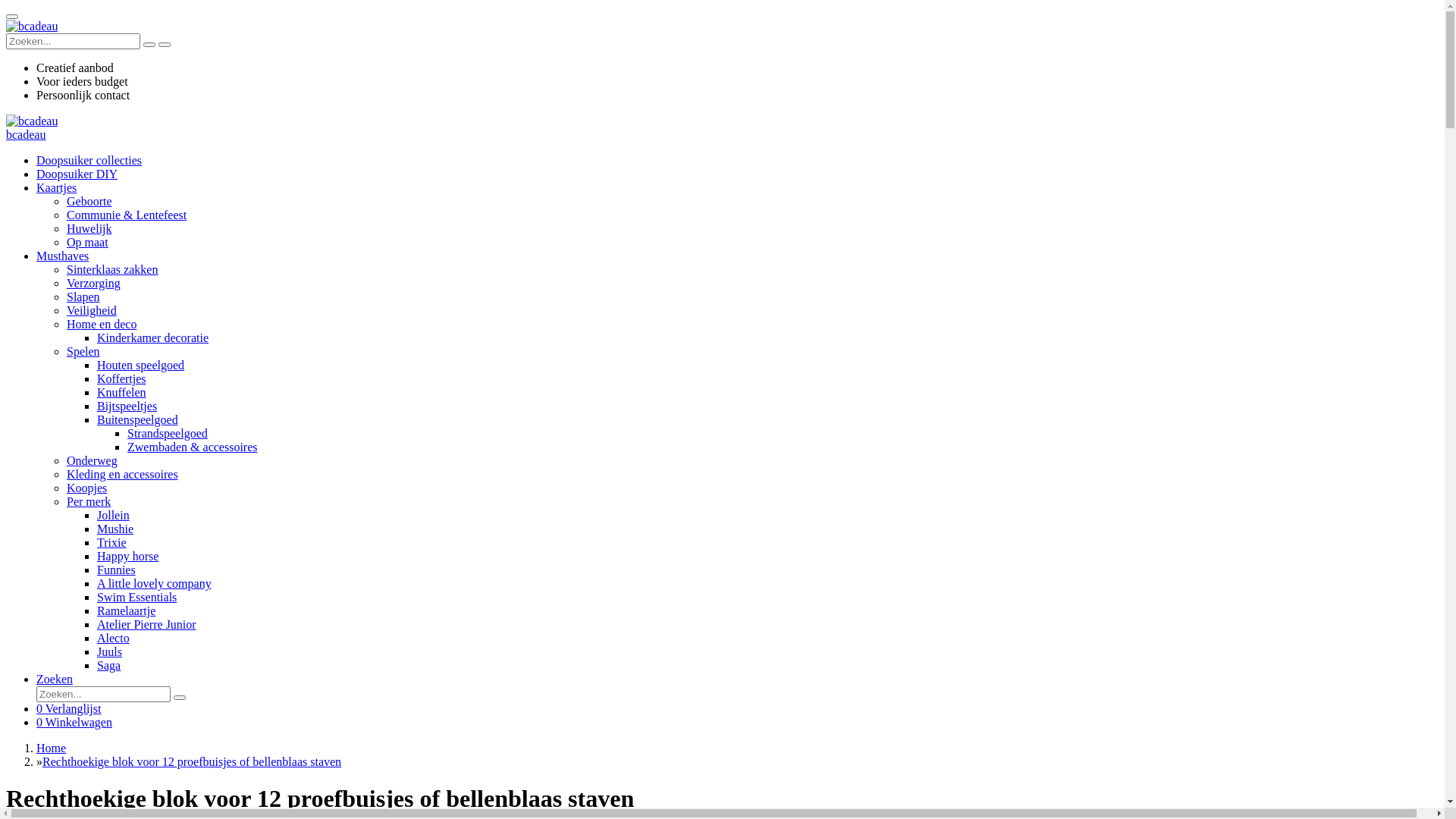 The image size is (1456, 819). Describe the element at coordinates (88, 160) in the screenshot. I see `'Doopsuiker collecties'` at that location.